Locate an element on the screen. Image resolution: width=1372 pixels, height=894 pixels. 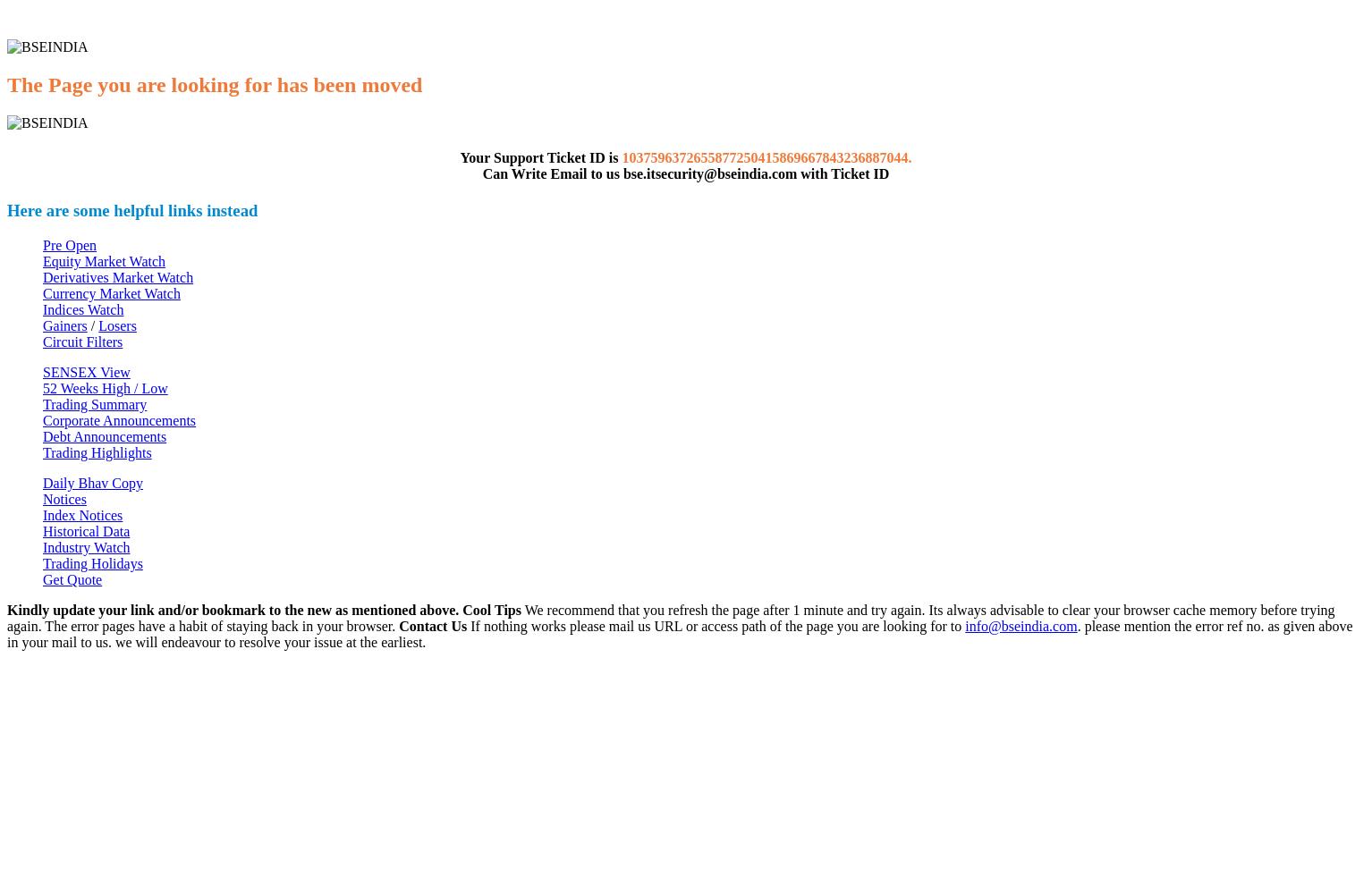
'Historical Data' is located at coordinates (86, 530).